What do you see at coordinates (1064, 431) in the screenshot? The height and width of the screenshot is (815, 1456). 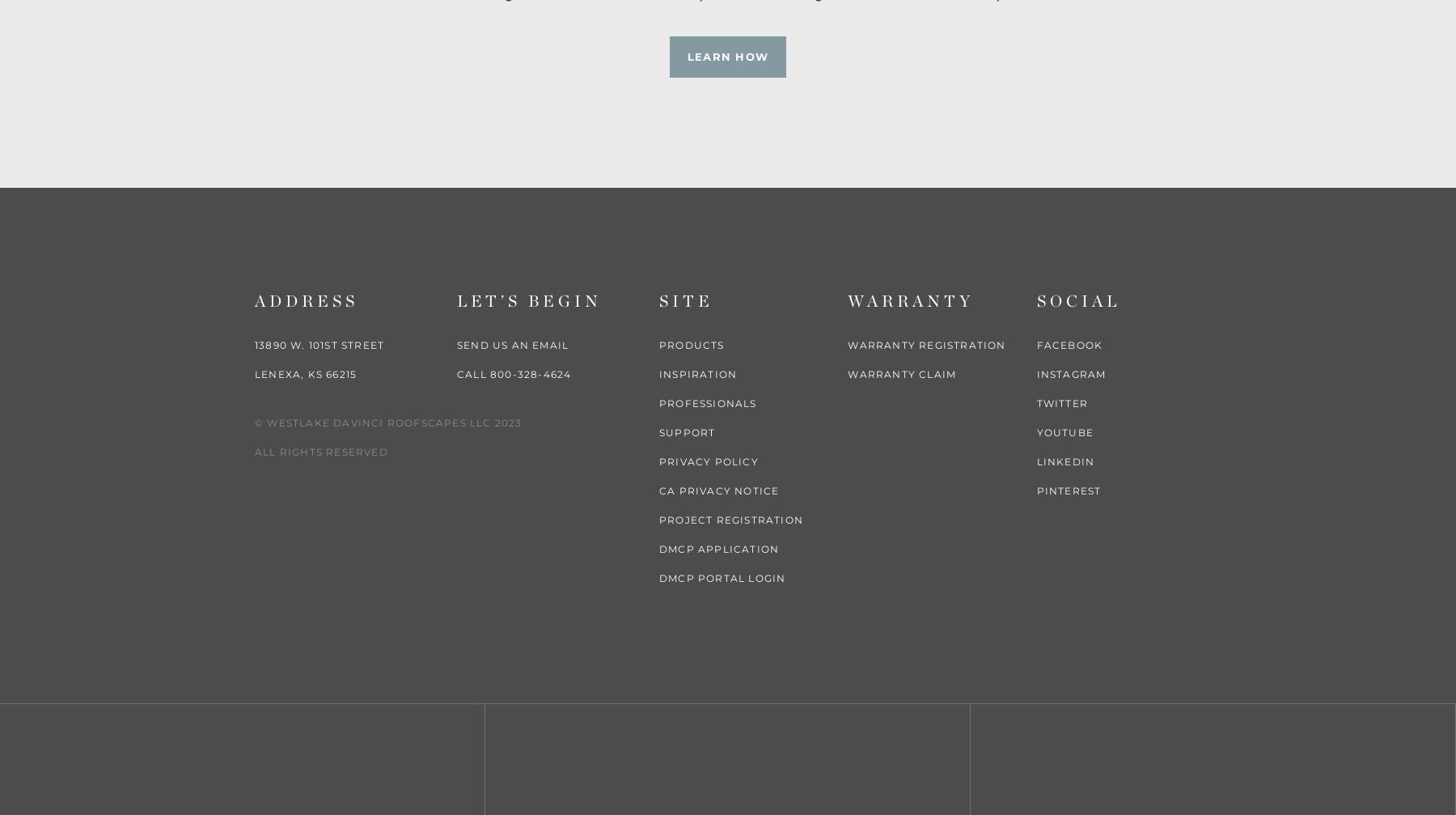 I see `'YouTube'` at bounding box center [1064, 431].